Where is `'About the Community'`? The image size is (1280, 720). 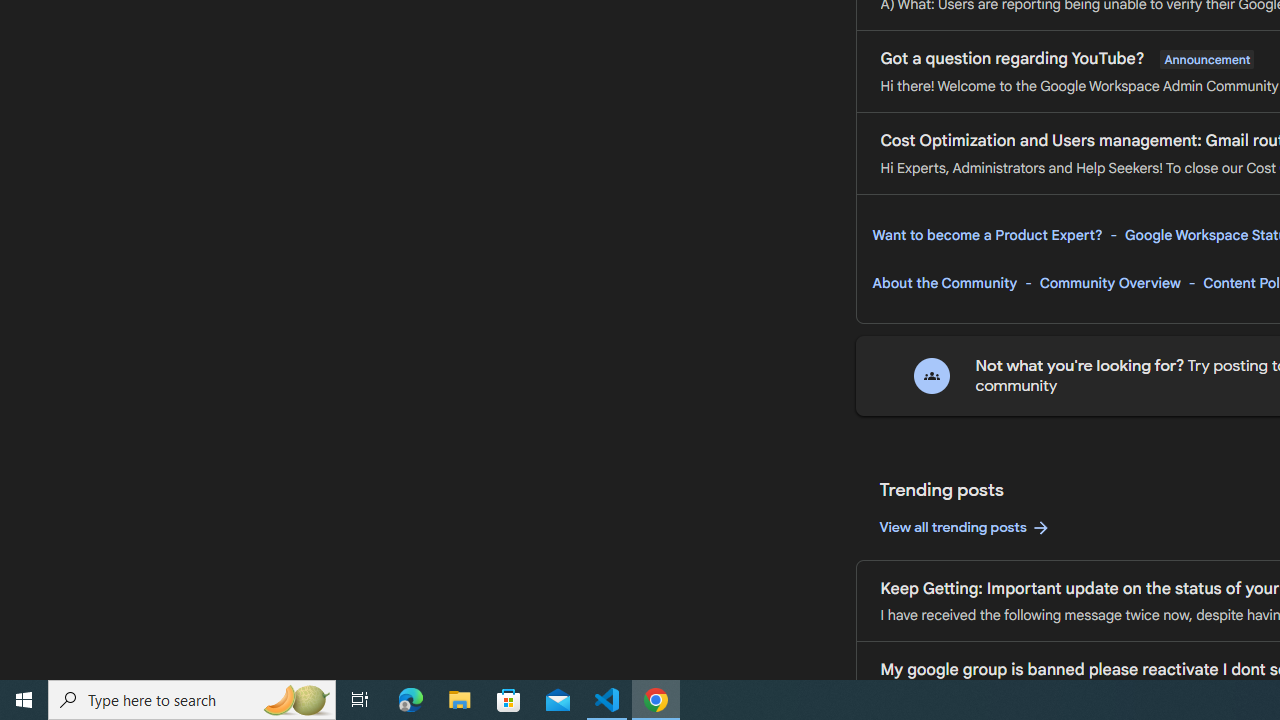 'About the Community' is located at coordinates (943, 283).